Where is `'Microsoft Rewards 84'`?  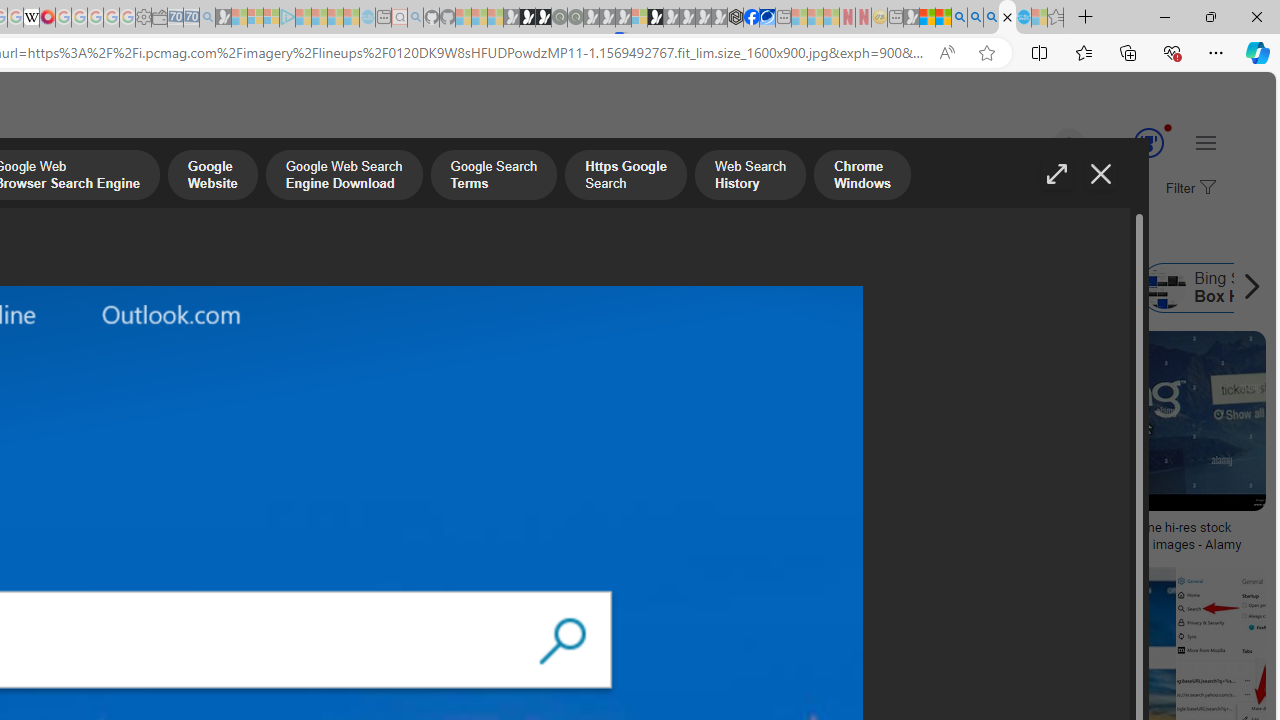
'Microsoft Rewards 84' is located at coordinates (1130, 143).